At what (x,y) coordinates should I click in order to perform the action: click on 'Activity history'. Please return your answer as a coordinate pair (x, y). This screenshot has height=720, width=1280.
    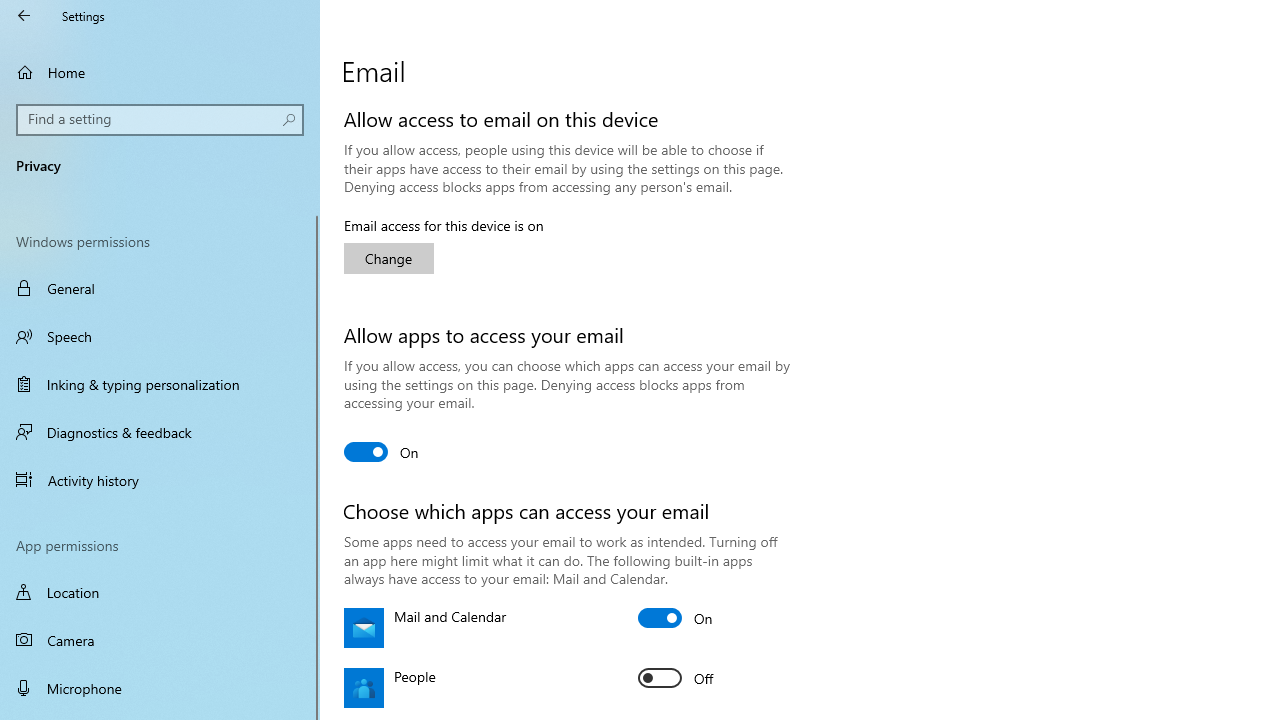
    Looking at the image, I should click on (160, 479).